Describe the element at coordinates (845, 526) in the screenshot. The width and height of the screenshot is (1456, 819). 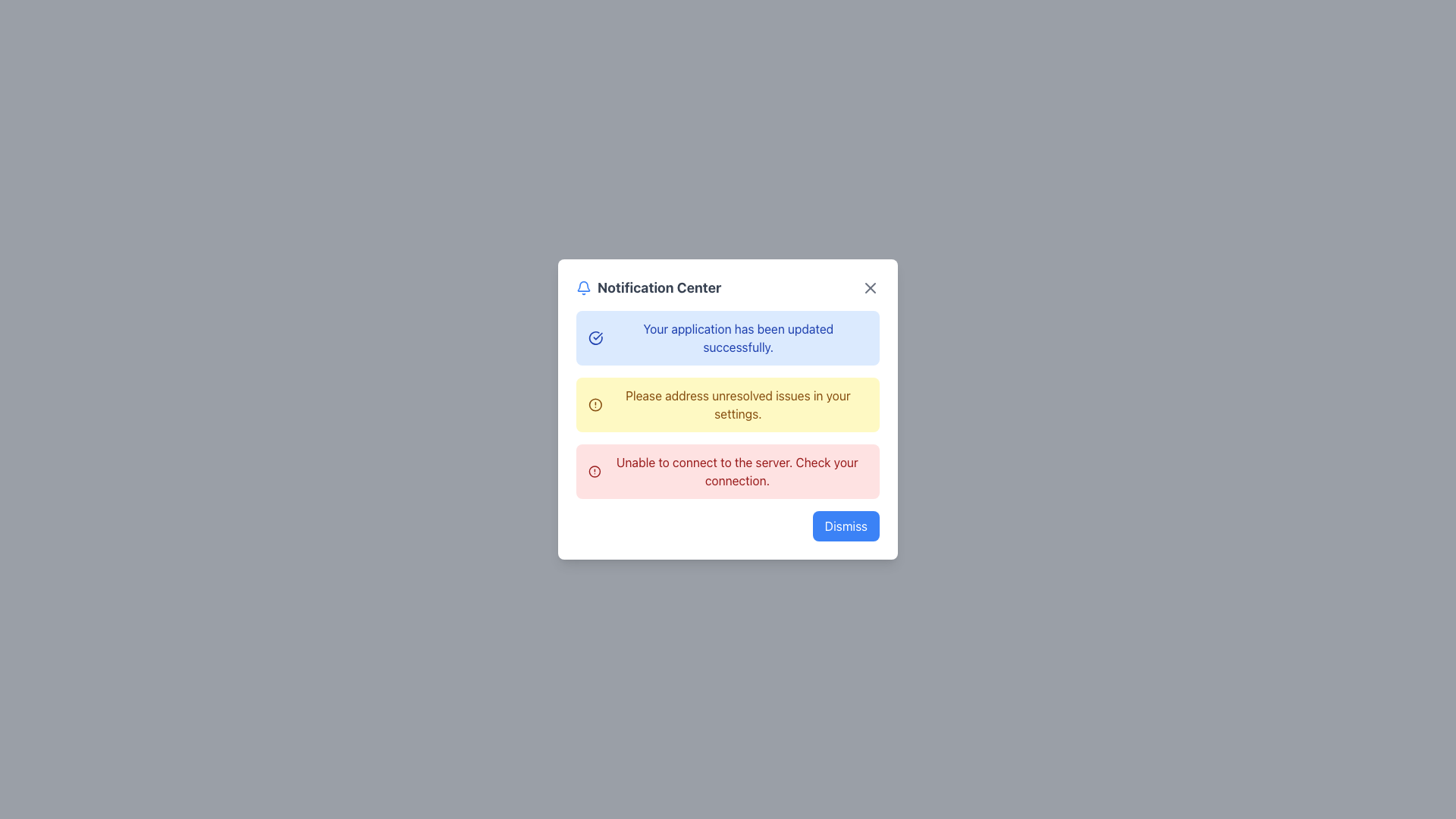
I see `the dismiss button located in the bottom-right corner of the notification modal to trigger a visual effect` at that location.